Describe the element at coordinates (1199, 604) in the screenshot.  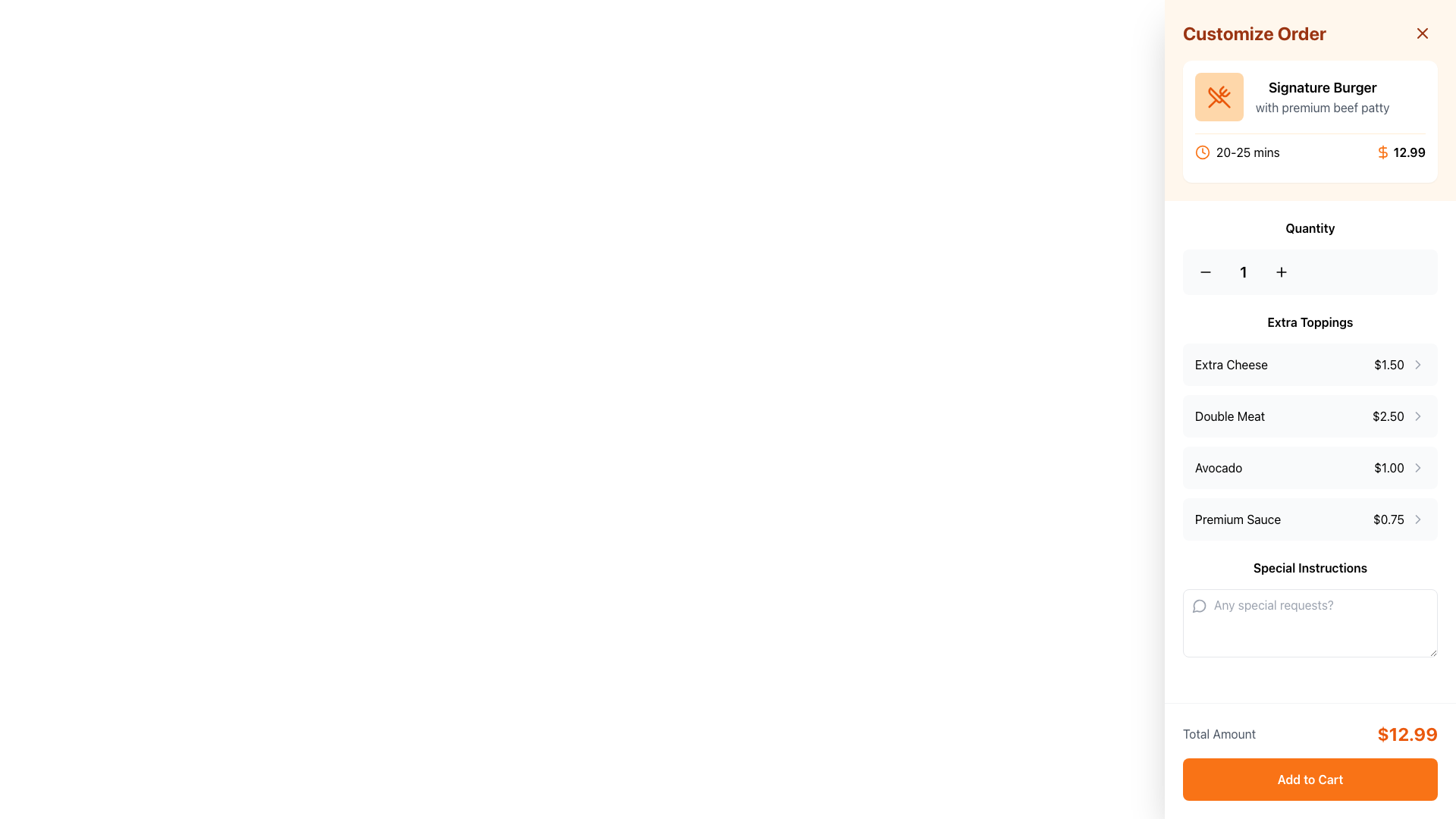
I see `the gray circular chat bubble icon located near the top left of the 'Special Instructions' input field` at that location.